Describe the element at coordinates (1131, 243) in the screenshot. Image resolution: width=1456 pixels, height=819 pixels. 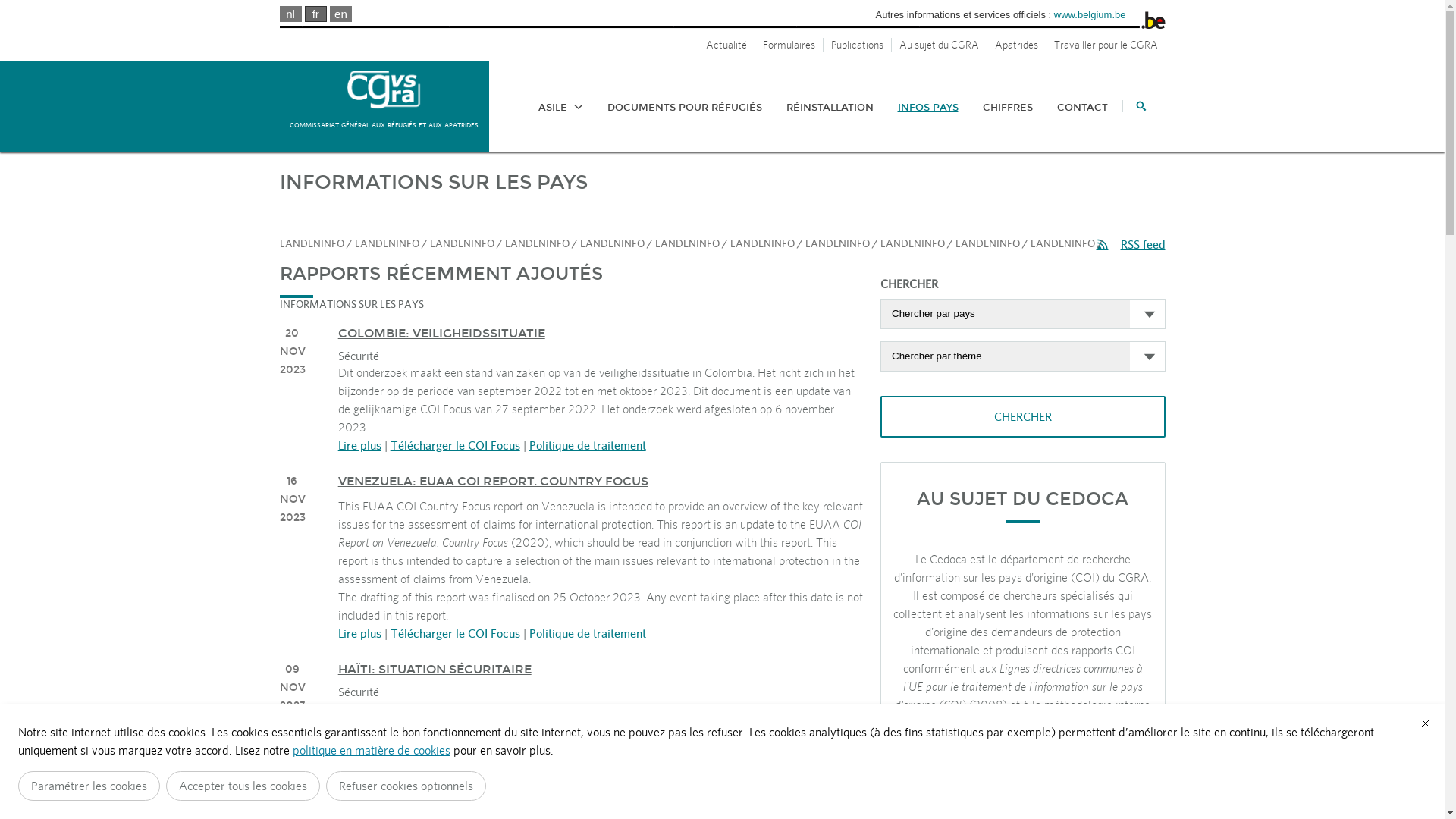
I see `'RSS feed'` at that location.